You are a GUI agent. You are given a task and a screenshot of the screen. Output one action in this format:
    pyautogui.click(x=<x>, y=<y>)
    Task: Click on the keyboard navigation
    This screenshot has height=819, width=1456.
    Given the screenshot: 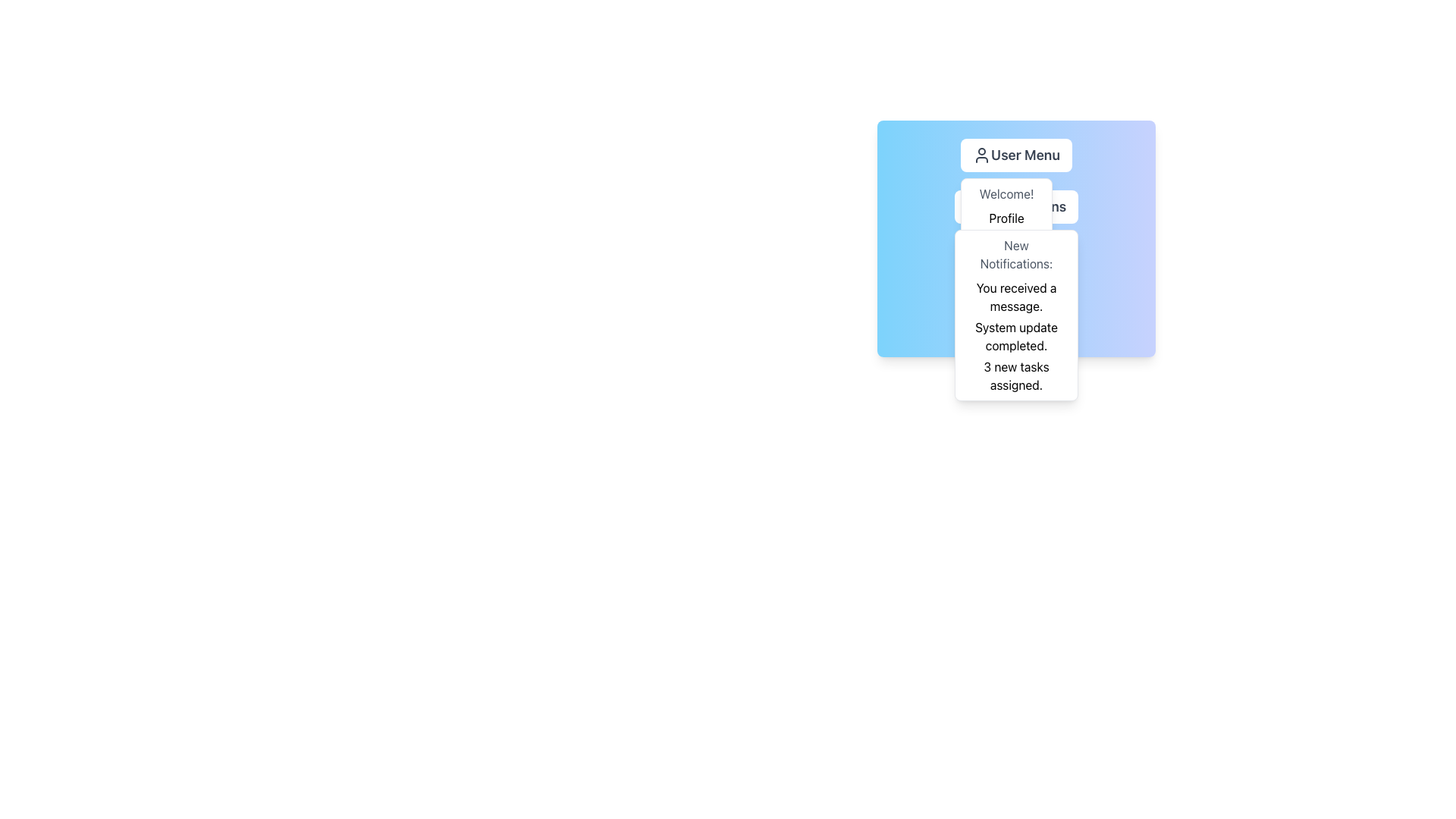 What is the action you would take?
    pyautogui.click(x=1006, y=218)
    